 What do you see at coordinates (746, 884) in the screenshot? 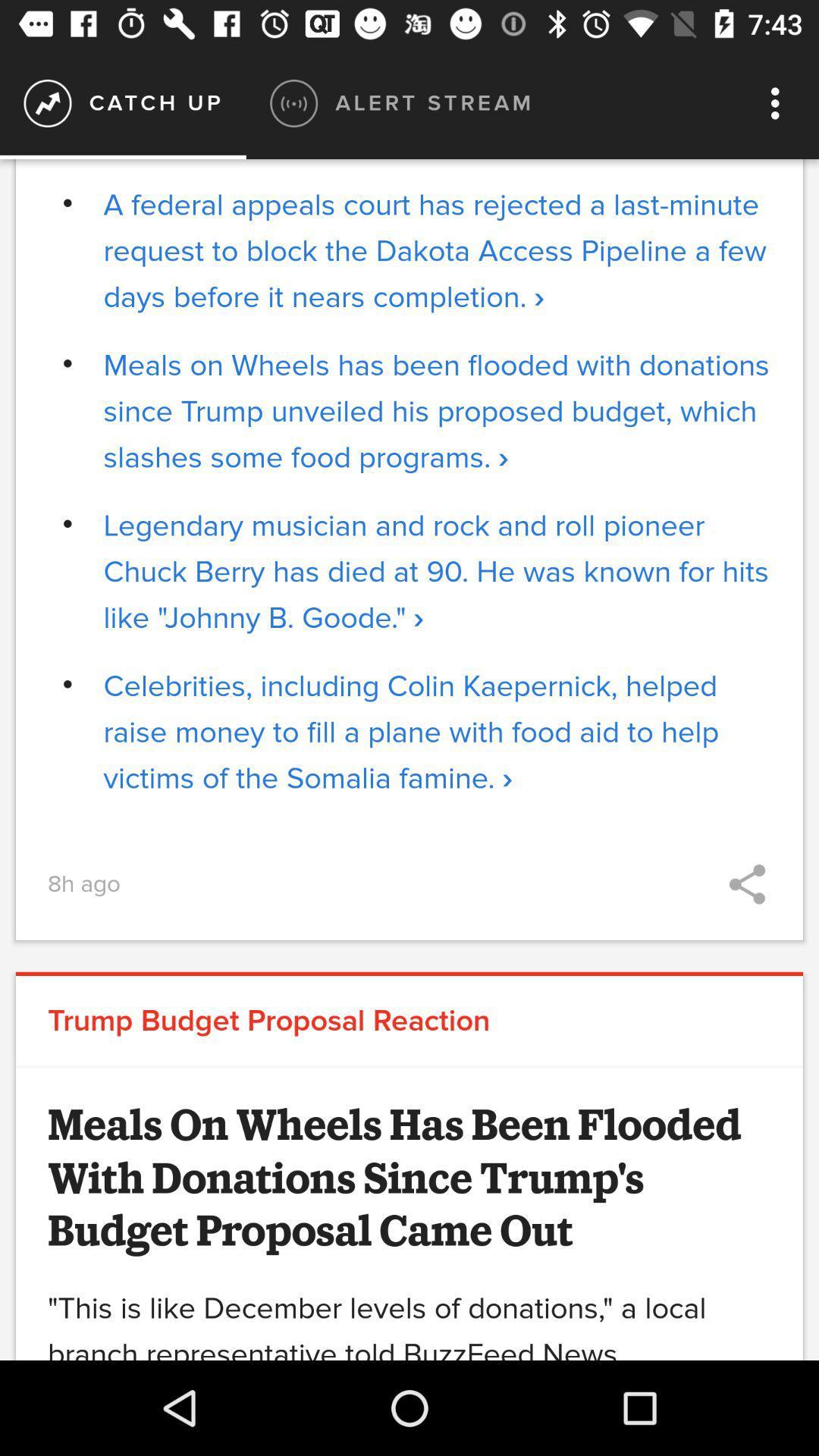
I see `icon on the right` at bounding box center [746, 884].